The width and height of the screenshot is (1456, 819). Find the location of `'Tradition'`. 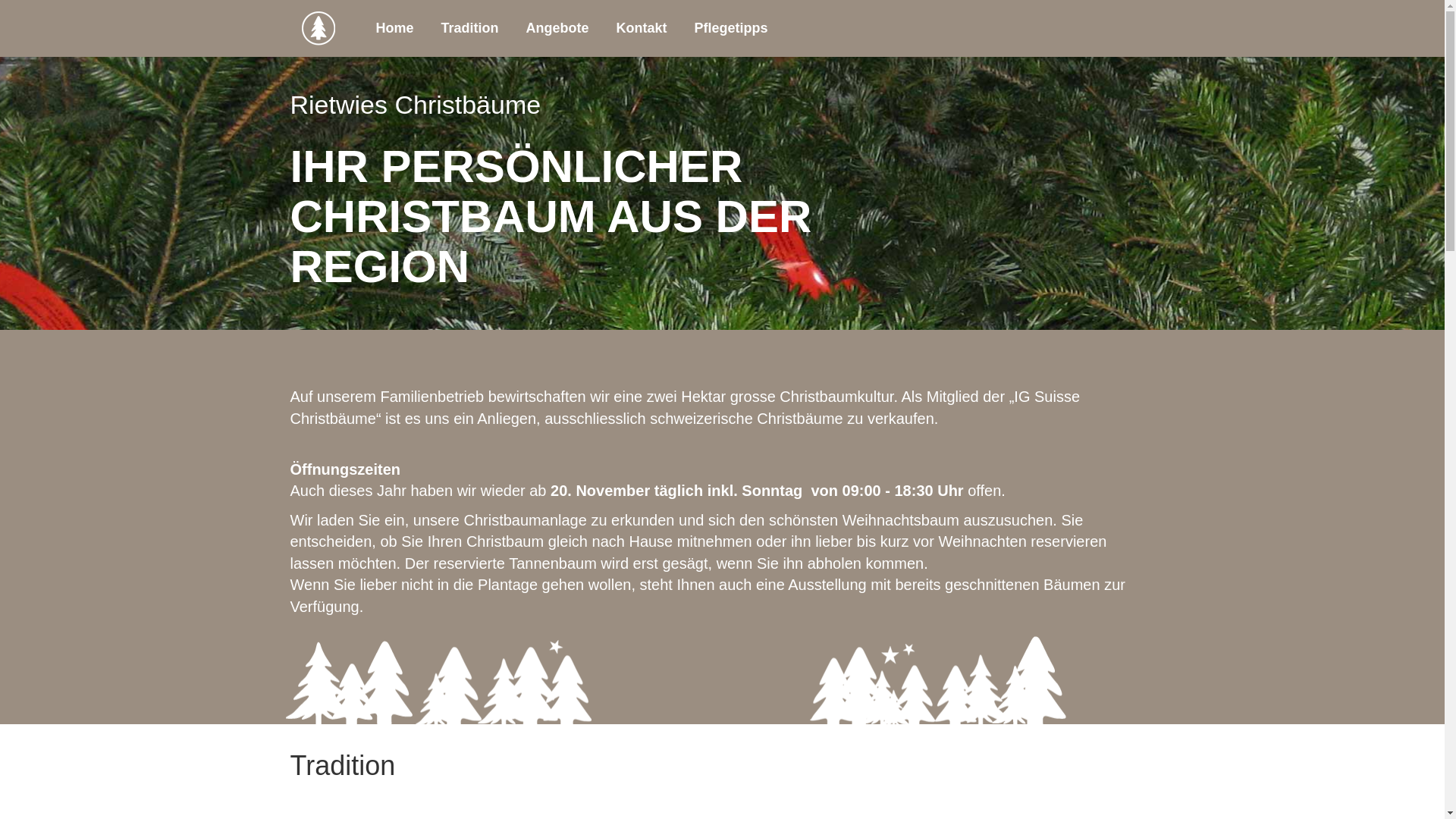

'Tradition' is located at coordinates (427, 28).